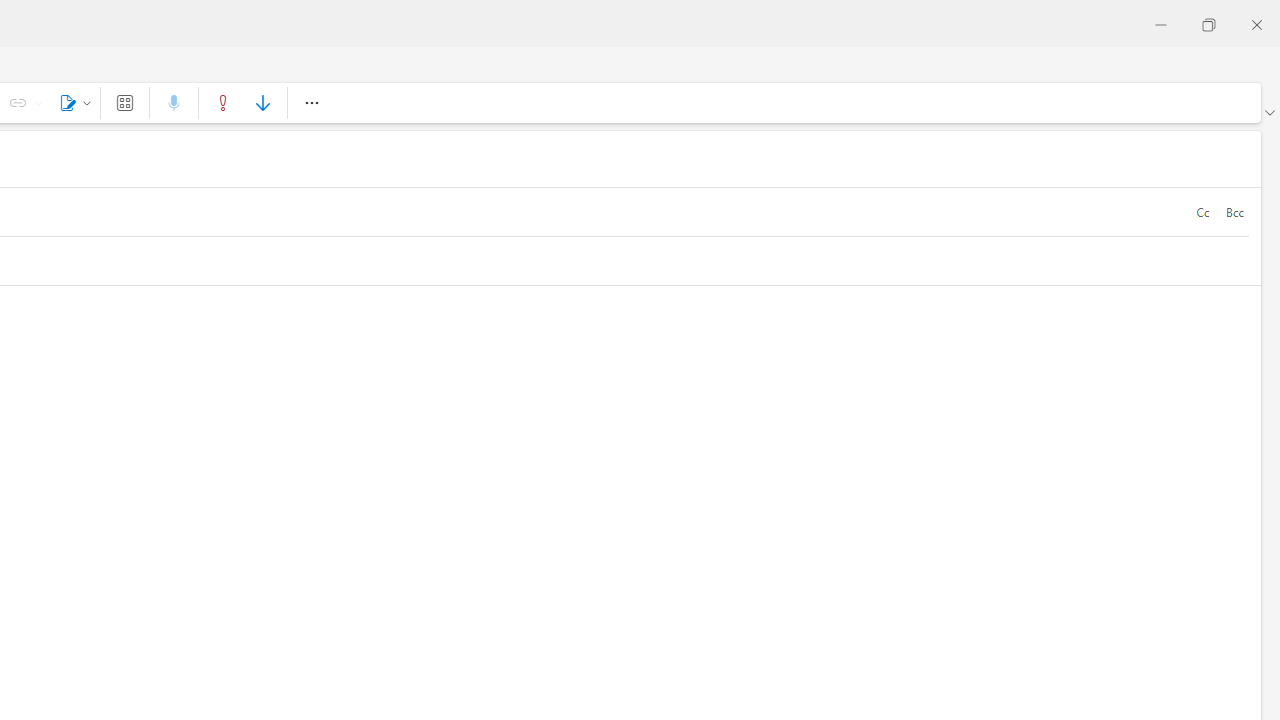 This screenshot has width=1280, height=720. I want to click on 'Low importance', so click(262, 102).